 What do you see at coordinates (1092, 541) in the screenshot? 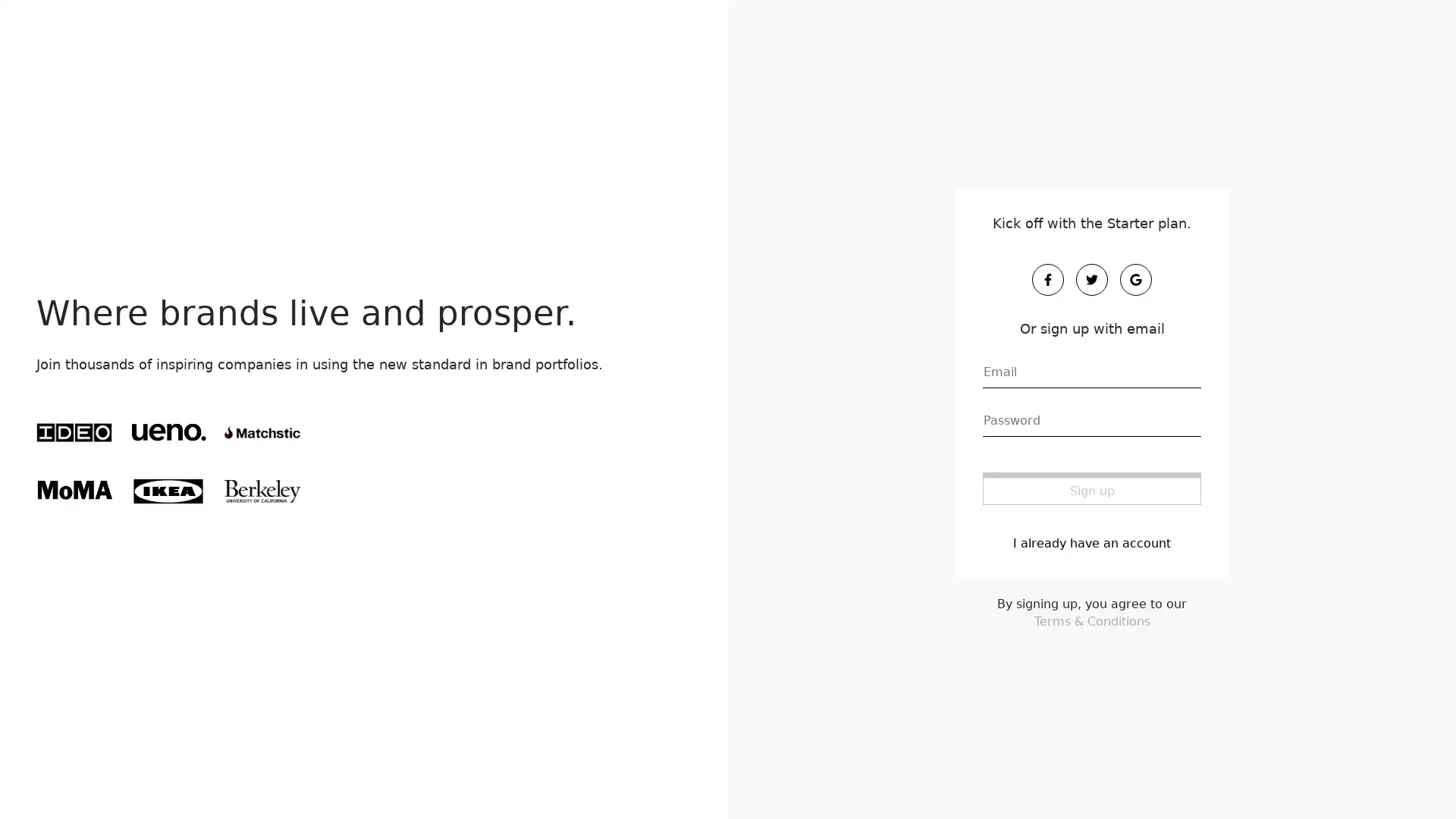
I see `I already have an account` at bounding box center [1092, 541].